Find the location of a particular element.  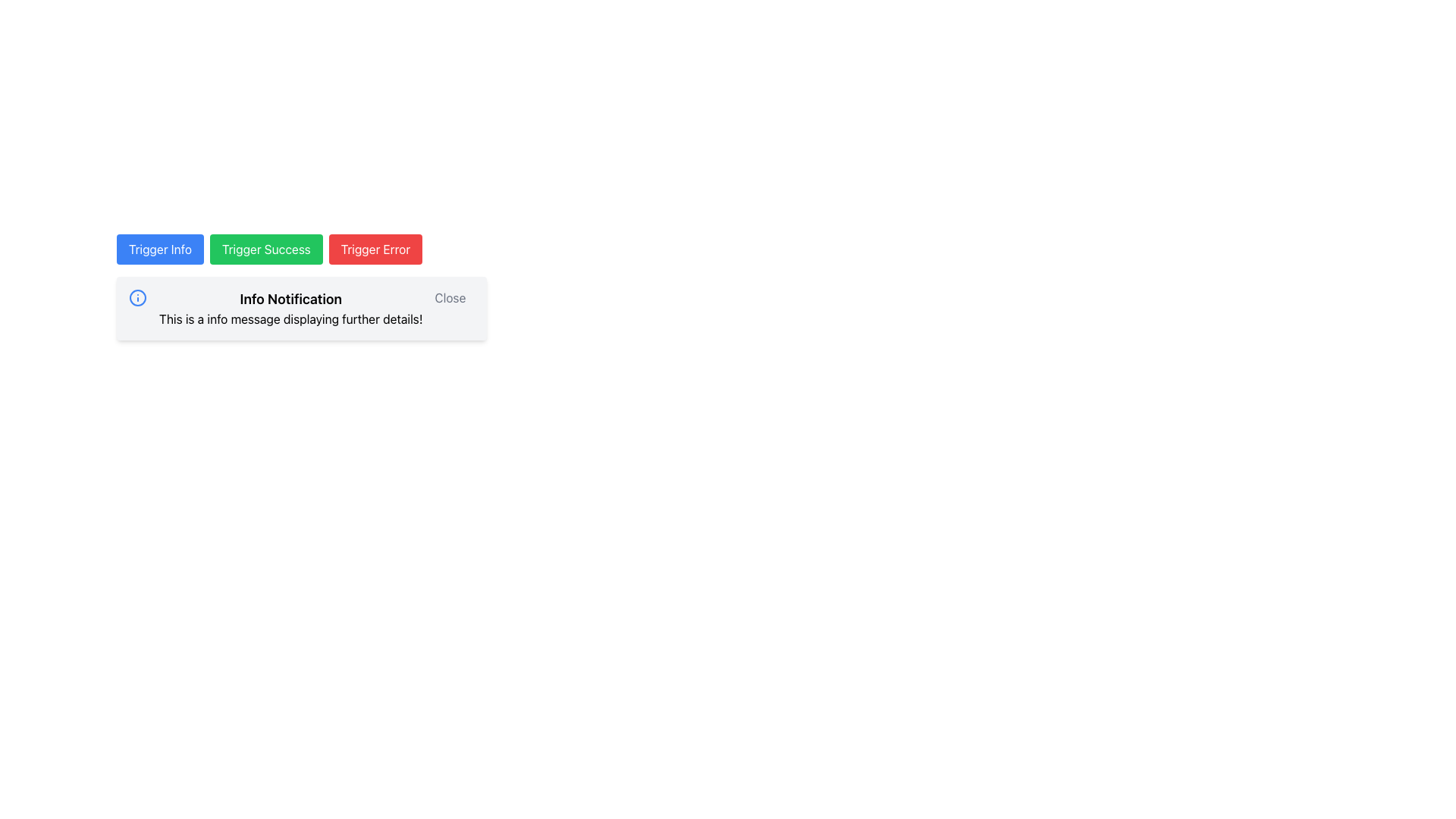

second text label in the notification component, which is styled as normal black text against a white background and located below the title 'Info Notification' is located at coordinates (290, 318).